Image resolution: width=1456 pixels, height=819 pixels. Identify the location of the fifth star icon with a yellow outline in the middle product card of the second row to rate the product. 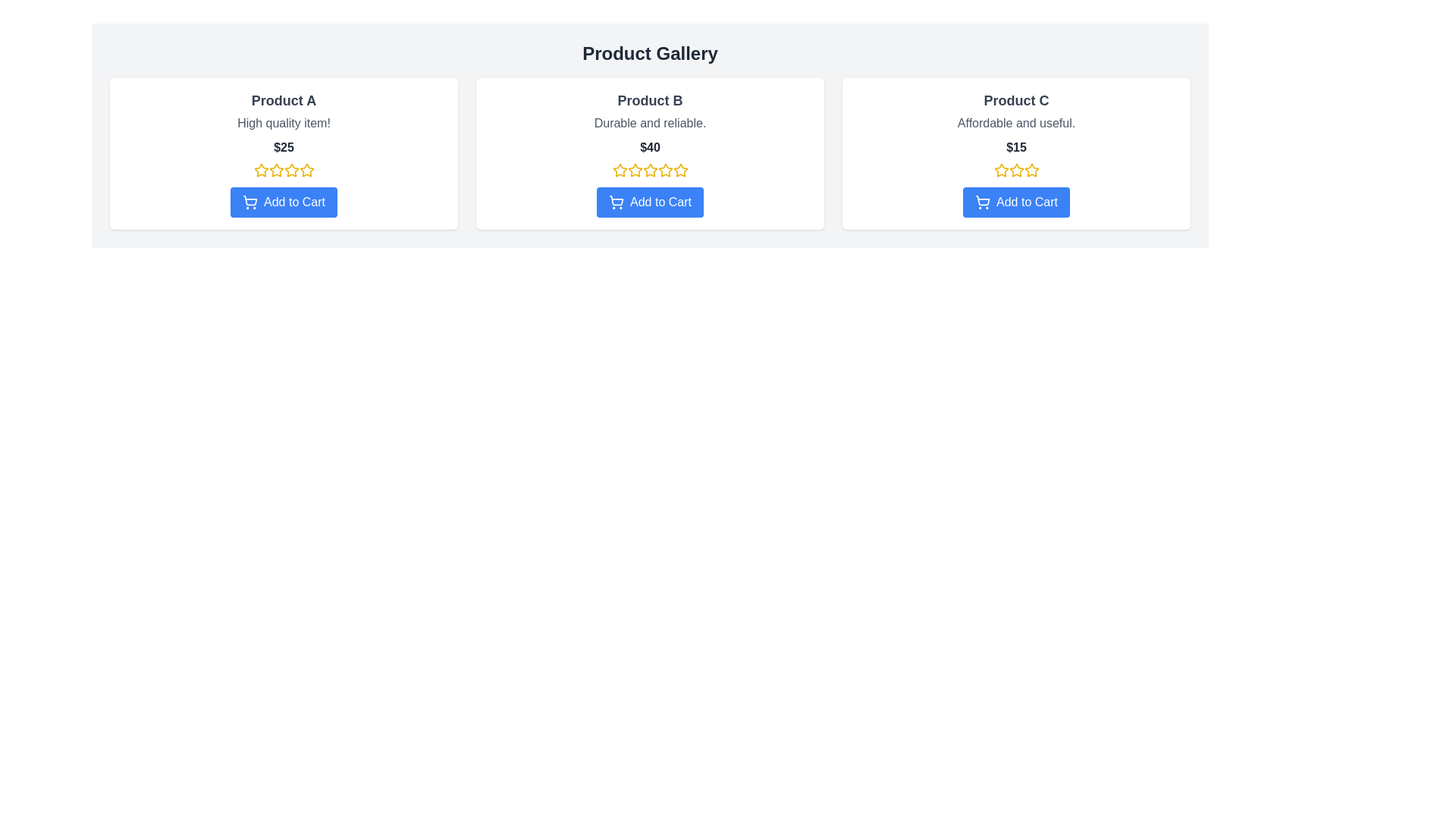
(679, 170).